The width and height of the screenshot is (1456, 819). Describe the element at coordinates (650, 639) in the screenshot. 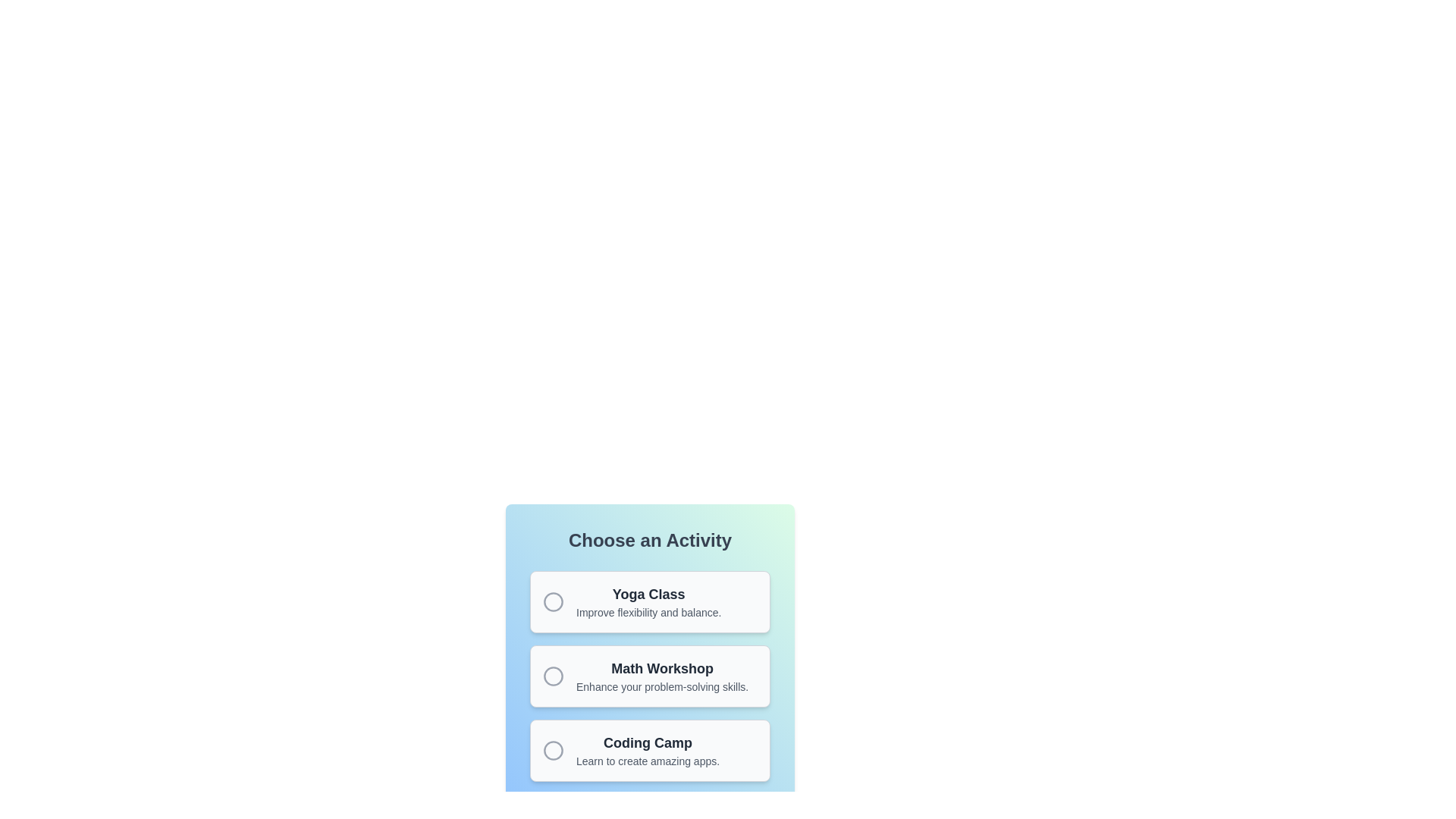

I see `the circular button on the left of the activity card in the 'Choose an Activity' menu` at that location.